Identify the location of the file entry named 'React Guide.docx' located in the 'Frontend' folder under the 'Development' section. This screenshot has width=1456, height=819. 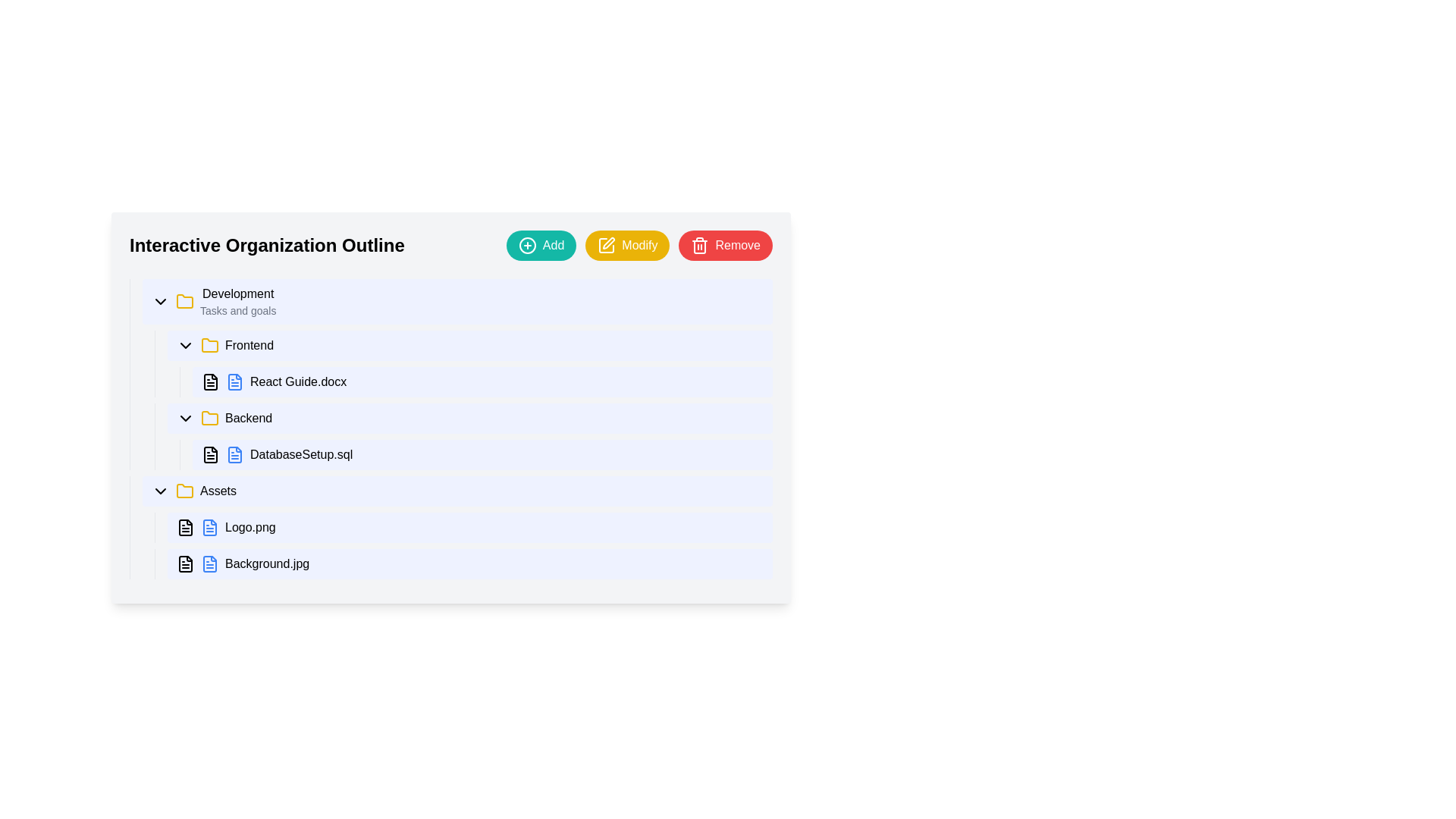
(482, 381).